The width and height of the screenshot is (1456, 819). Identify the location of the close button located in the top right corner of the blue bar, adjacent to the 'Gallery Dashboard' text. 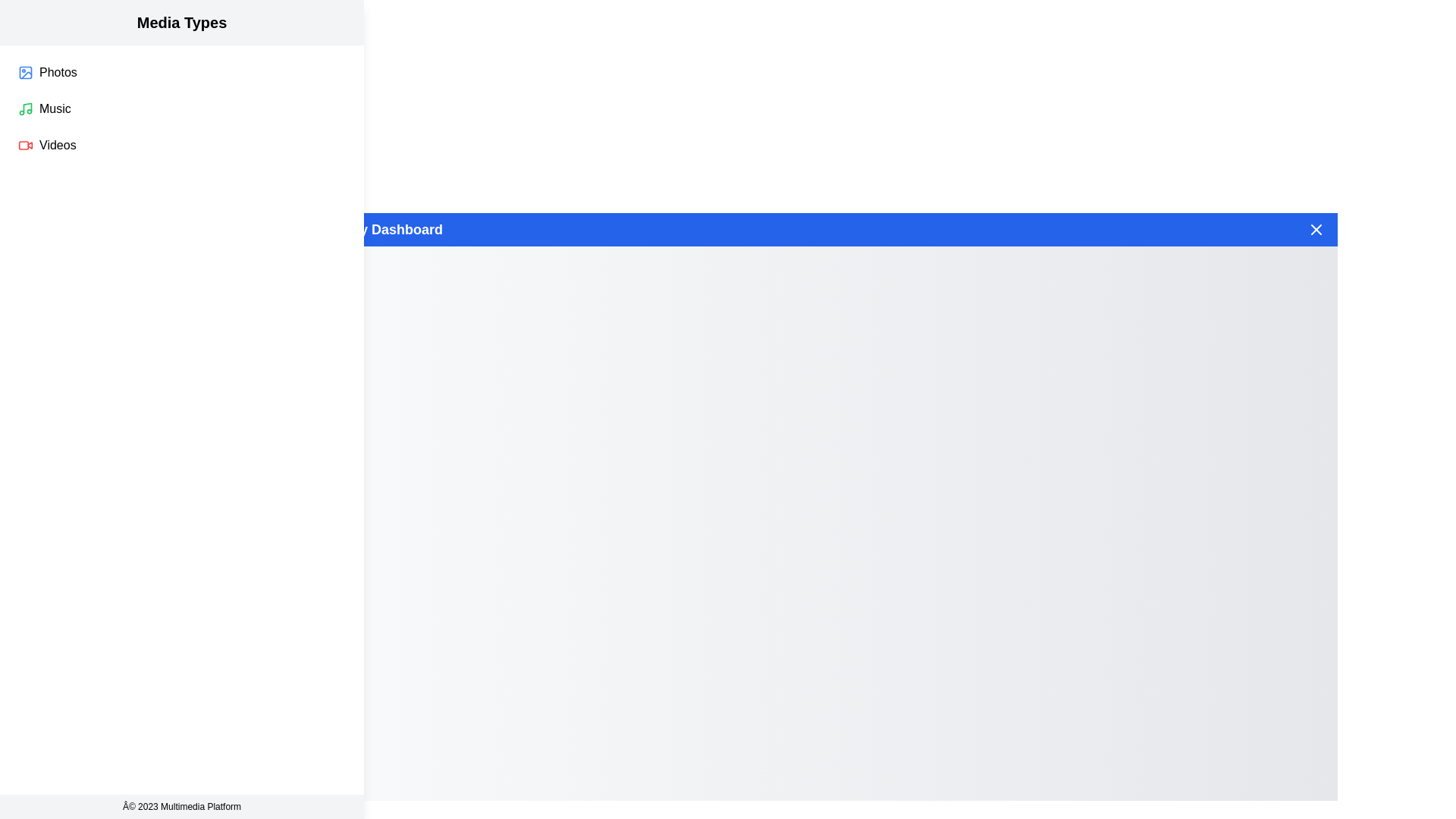
(1316, 230).